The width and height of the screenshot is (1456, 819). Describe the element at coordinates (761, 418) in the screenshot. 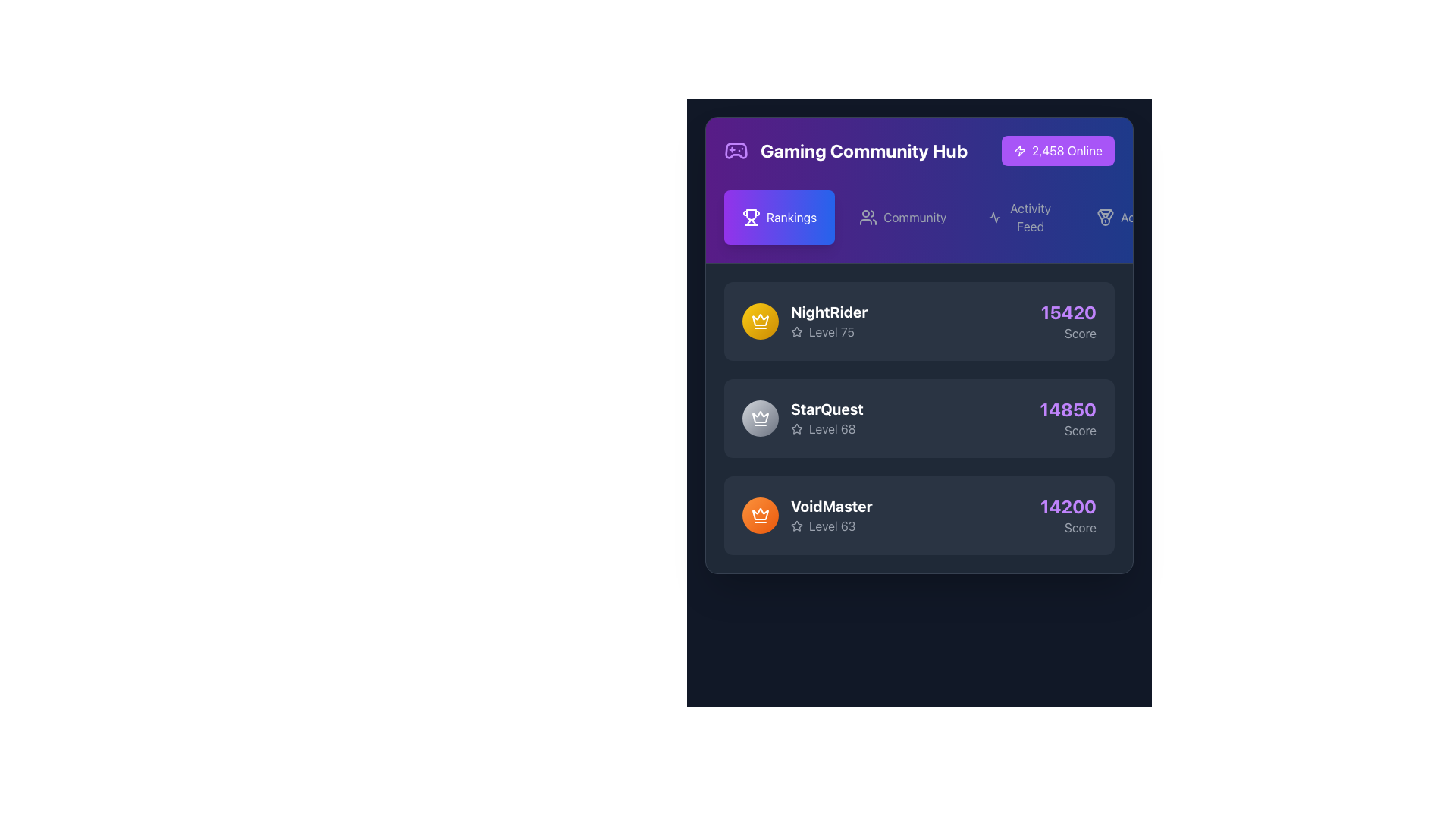

I see `the crown icon located in the middle section of the leaderboard list, which indicates an achievement for the 'StarQuest' entry` at that location.